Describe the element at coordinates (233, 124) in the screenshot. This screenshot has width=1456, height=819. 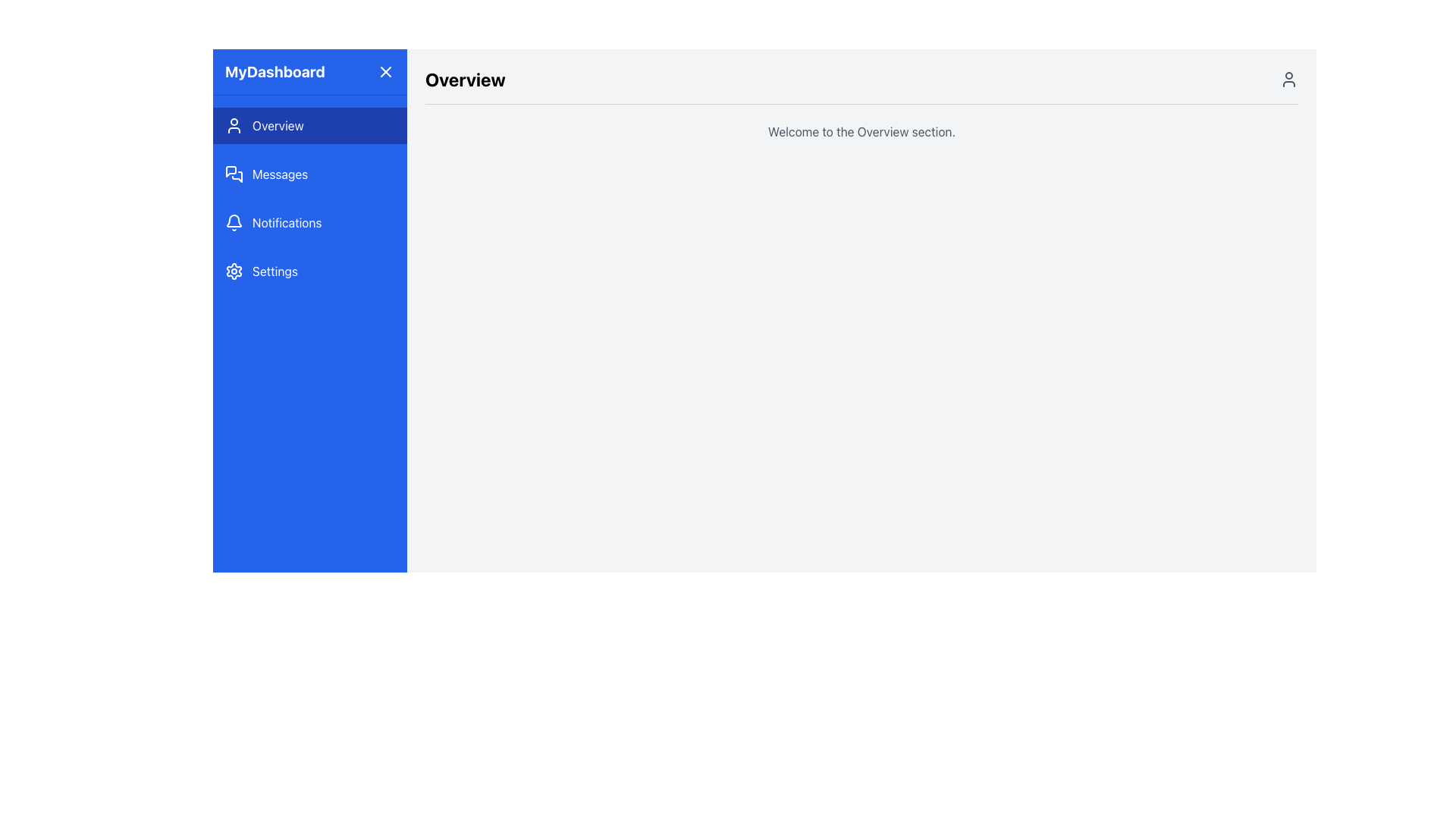
I see `the 'Overview' icon in the vertical navigation menu` at that location.